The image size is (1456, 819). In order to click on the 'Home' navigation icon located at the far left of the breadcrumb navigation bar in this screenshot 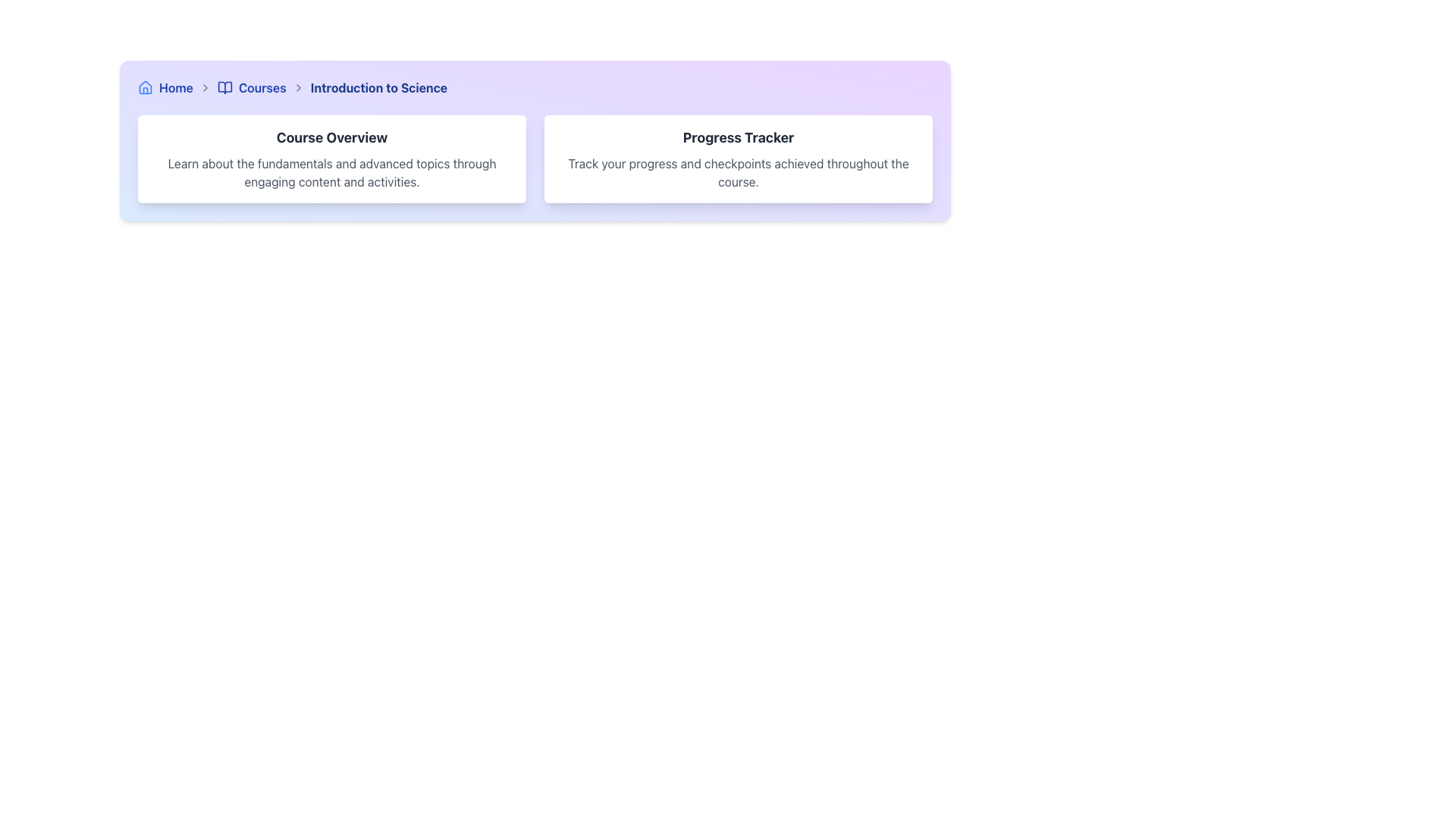, I will do `click(146, 87)`.